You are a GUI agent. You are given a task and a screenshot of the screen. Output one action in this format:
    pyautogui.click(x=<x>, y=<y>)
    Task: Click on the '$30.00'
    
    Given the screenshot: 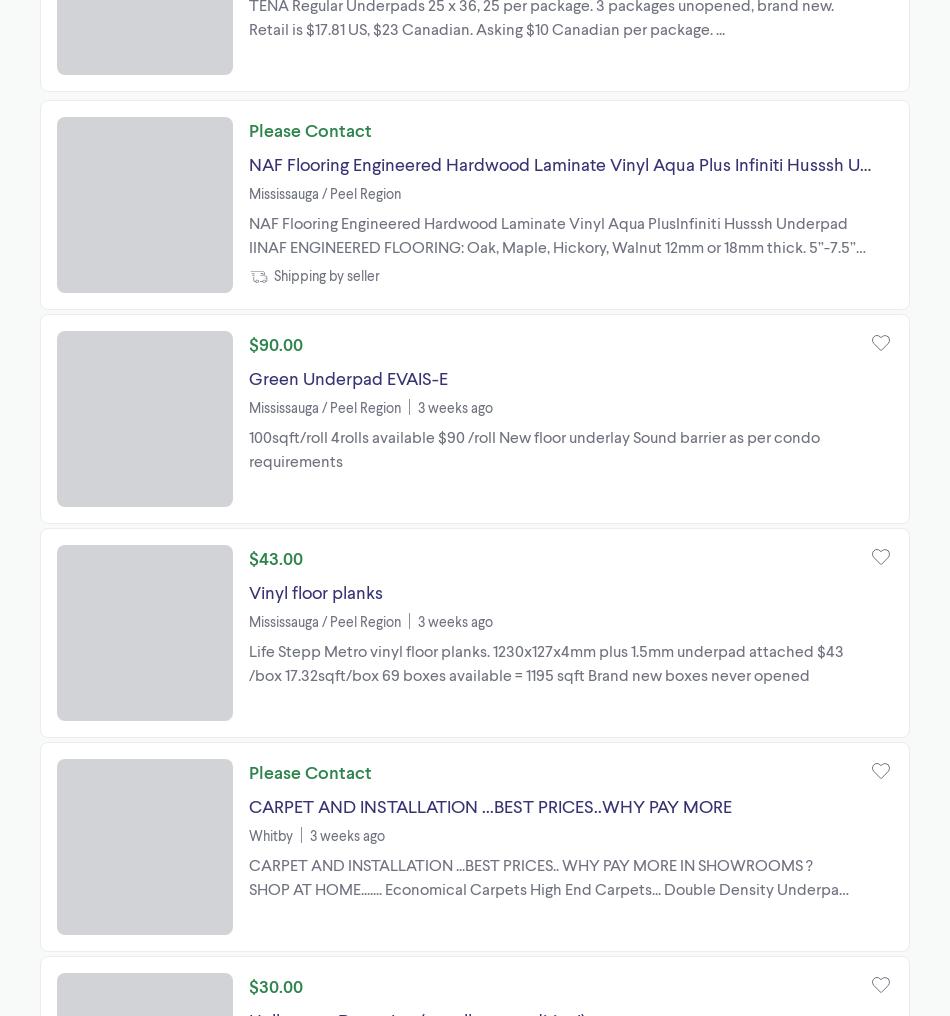 What is the action you would take?
    pyautogui.click(x=274, y=985)
    